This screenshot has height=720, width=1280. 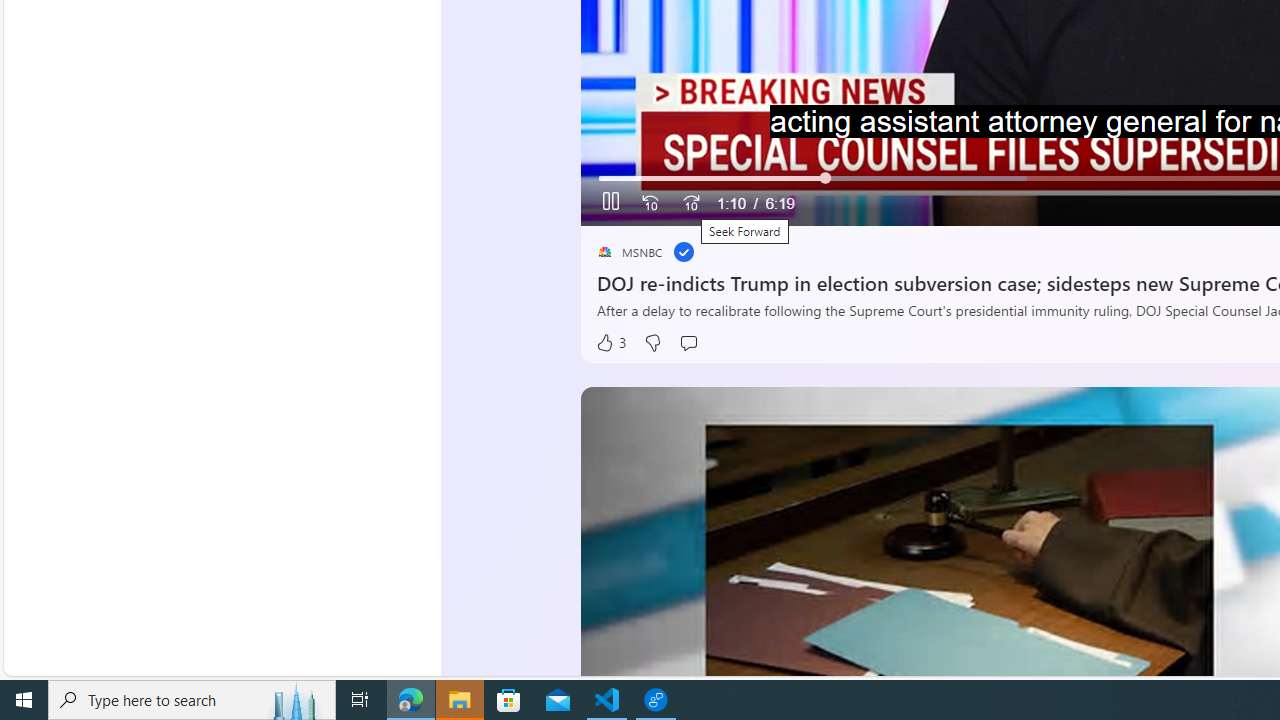 I want to click on 'Pause', so click(x=610, y=203).